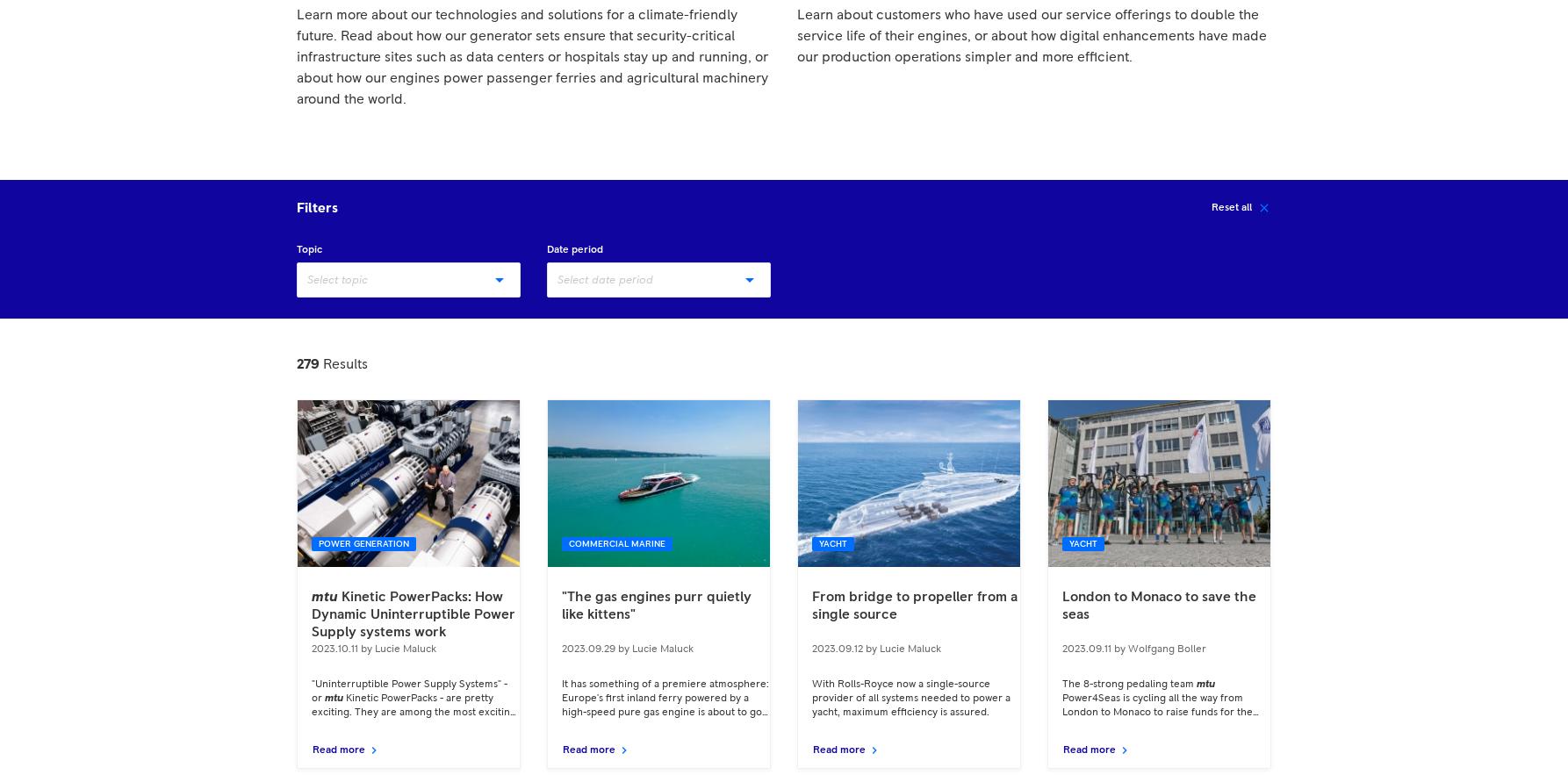 This screenshot has height=782, width=1568. I want to click on 'Learn more about our technologies and solutions for a climate-friendly future. Read about how our generator sets ensure that security-critical infrastructure sites such as data centers or hospitals stay up and running, or about how our engines power passenger ferries and agricultural machinery around the world.', so click(532, 57).